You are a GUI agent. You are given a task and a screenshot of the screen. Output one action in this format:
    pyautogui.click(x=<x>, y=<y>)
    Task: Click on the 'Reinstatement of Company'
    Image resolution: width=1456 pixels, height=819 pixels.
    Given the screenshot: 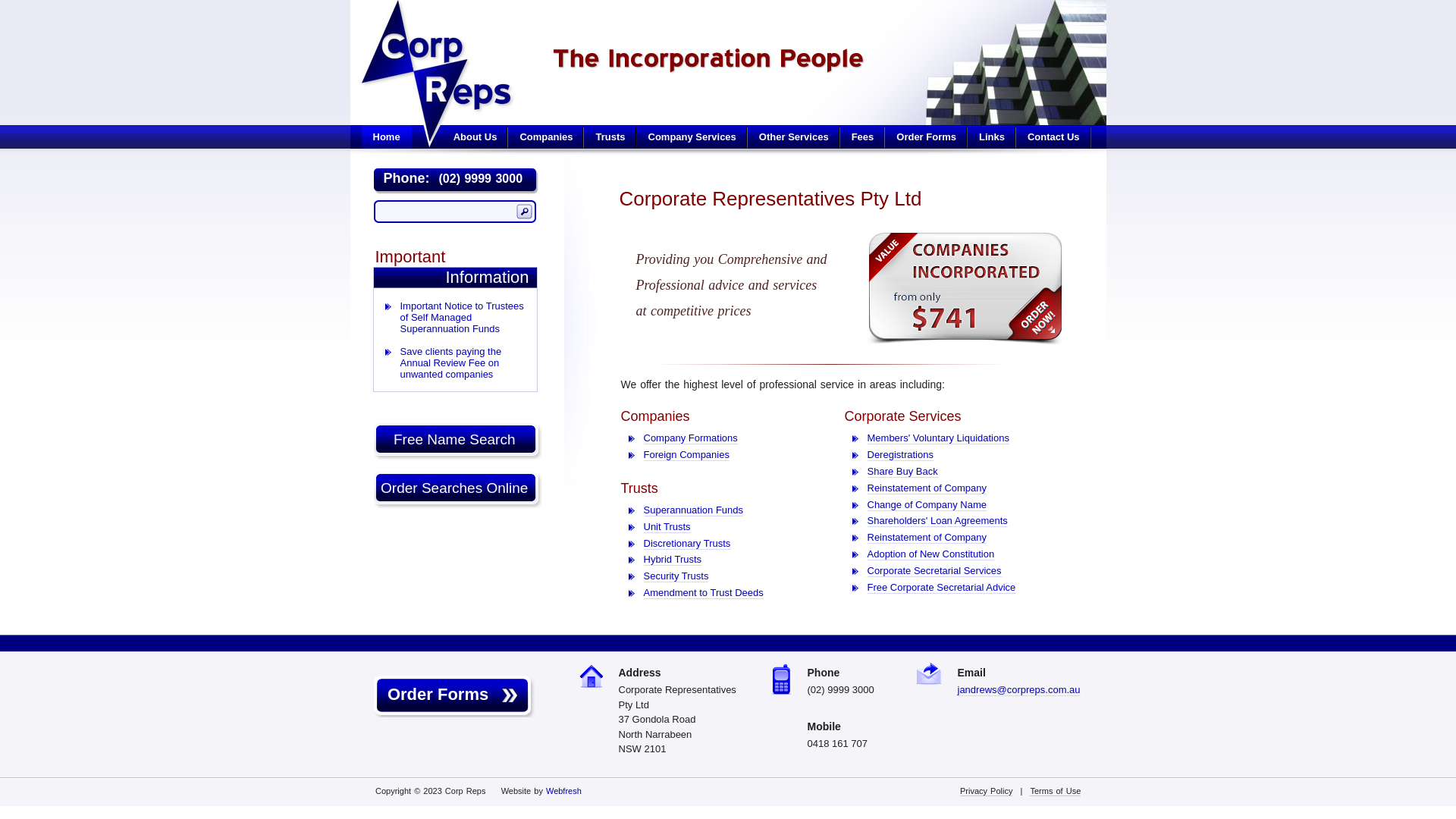 What is the action you would take?
    pyautogui.click(x=927, y=488)
    